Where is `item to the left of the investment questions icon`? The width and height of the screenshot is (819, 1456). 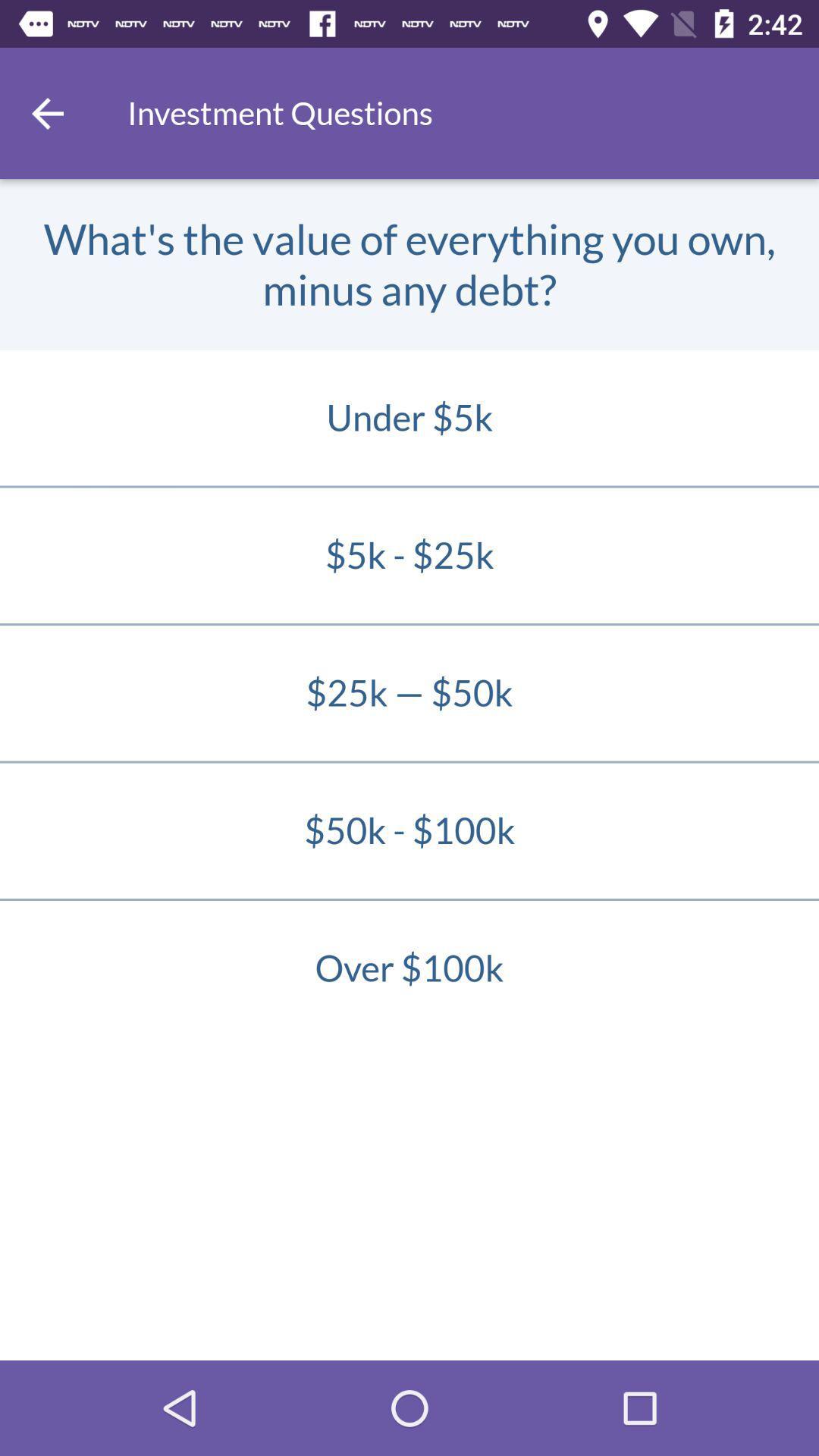 item to the left of the investment questions icon is located at coordinates (46, 112).